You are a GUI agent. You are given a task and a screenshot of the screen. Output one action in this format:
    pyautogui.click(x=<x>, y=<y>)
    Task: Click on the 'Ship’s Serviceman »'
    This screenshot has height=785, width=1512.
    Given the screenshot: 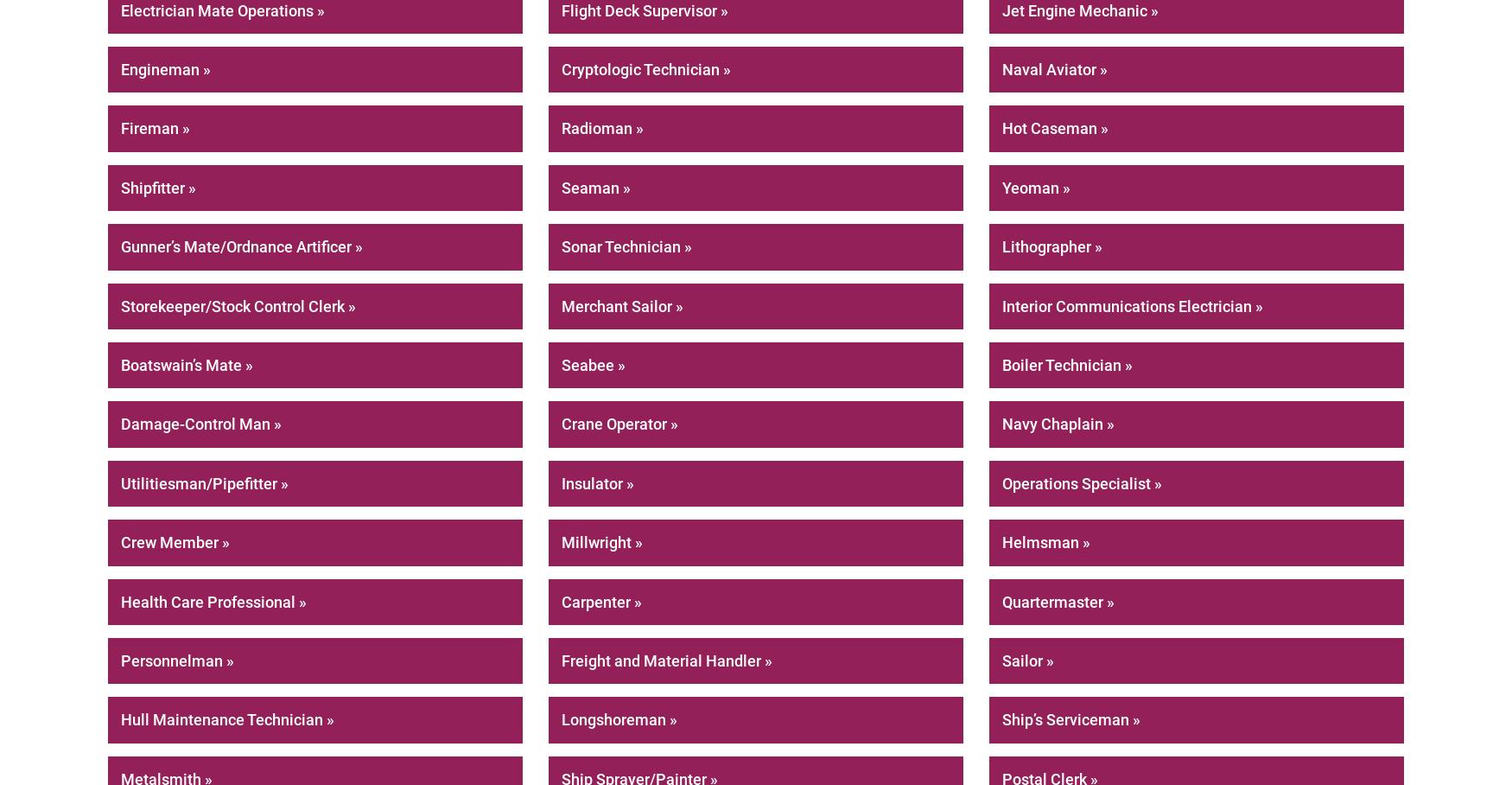 What is the action you would take?
    pyautogui.click(x=1001, y=719)
    